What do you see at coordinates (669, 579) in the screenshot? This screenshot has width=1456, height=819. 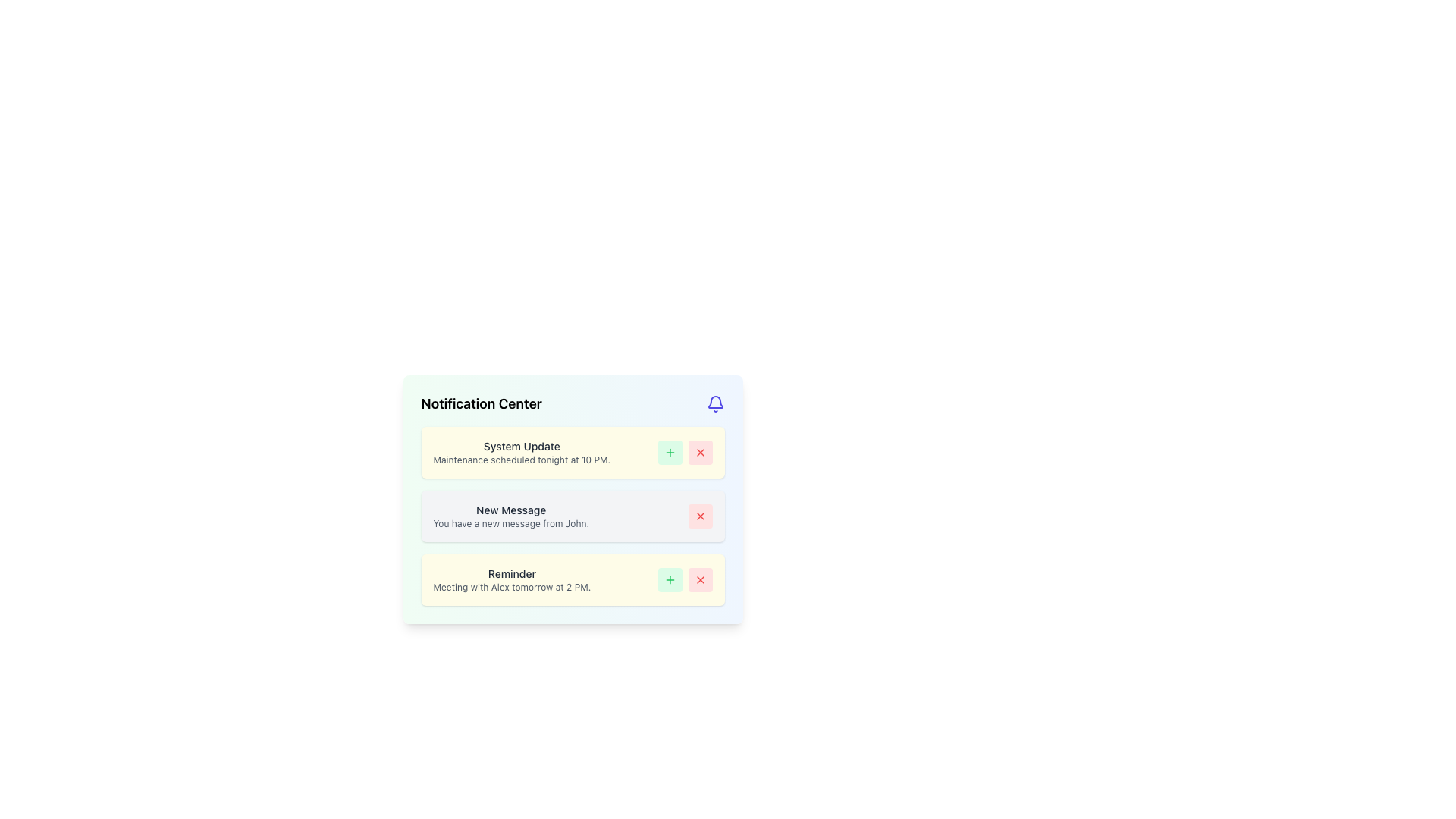 I see `the green rectangular button with rounded corners that contains a plus icon, located on the right side of the 'Reminder' notification` at bounding box center [669, 579].